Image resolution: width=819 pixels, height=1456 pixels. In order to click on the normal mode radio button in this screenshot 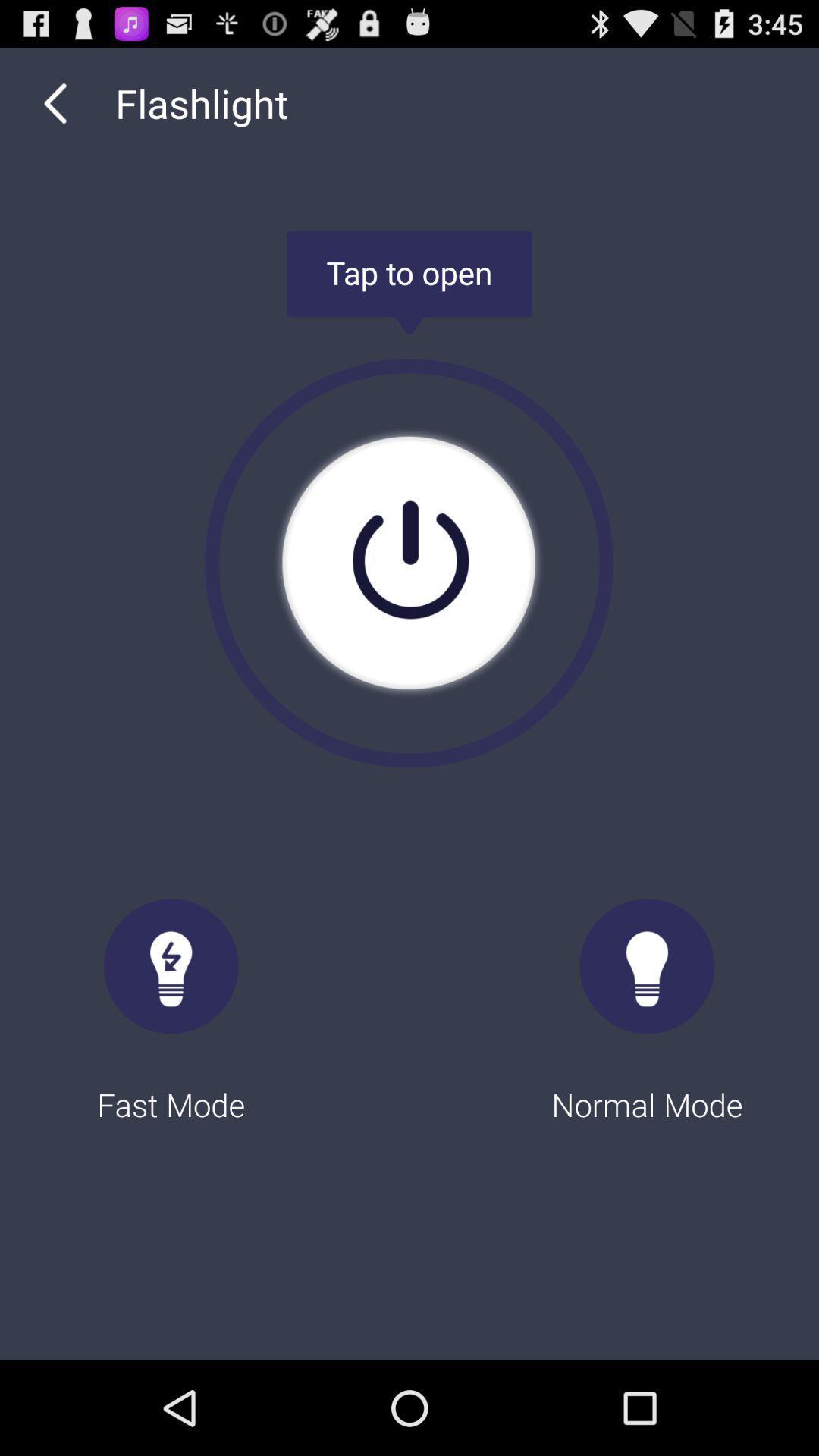, I will do `click(647, 996)`.